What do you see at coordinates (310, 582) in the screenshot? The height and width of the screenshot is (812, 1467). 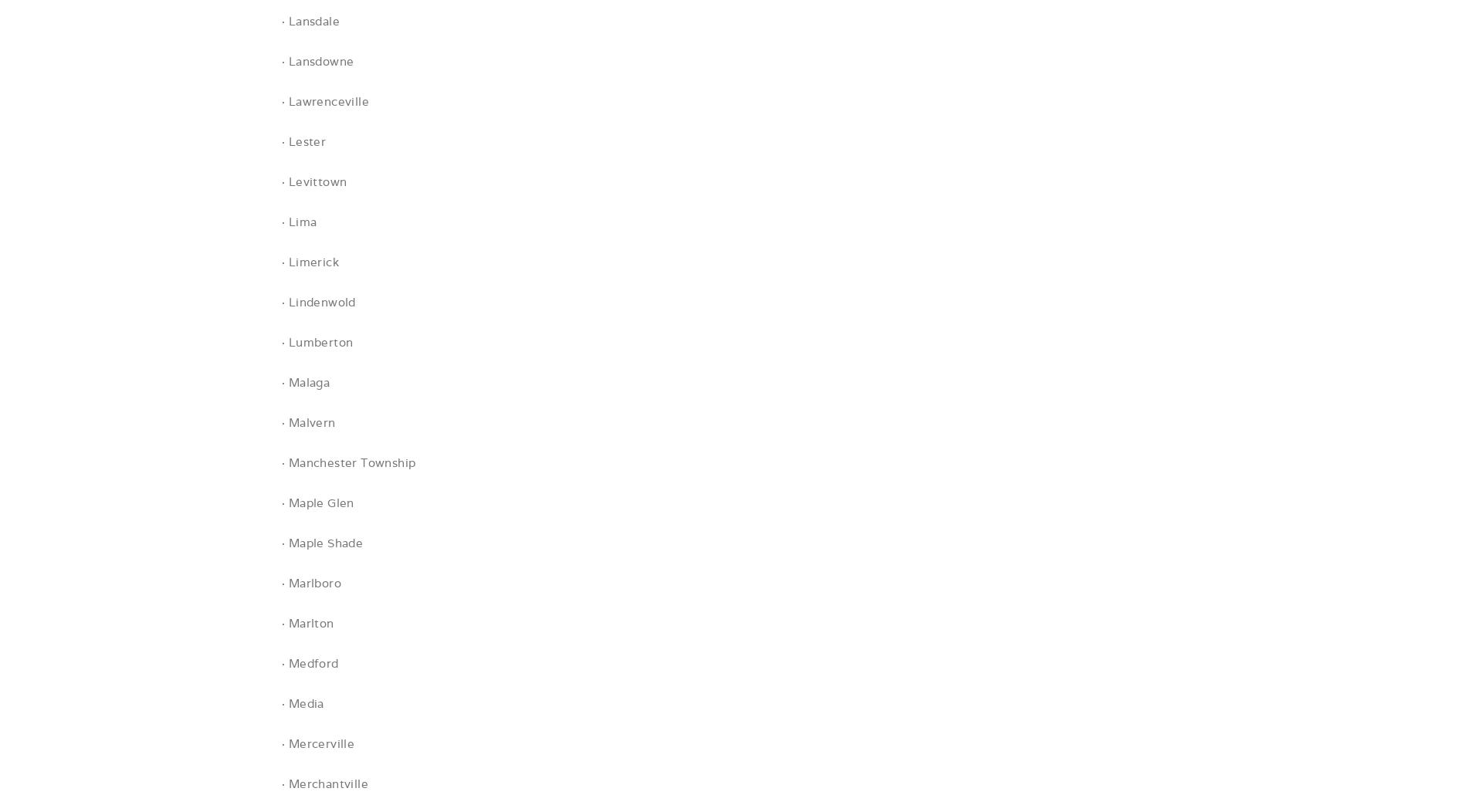 I see `'· Marlboro'` at bounding box center [310, 582].